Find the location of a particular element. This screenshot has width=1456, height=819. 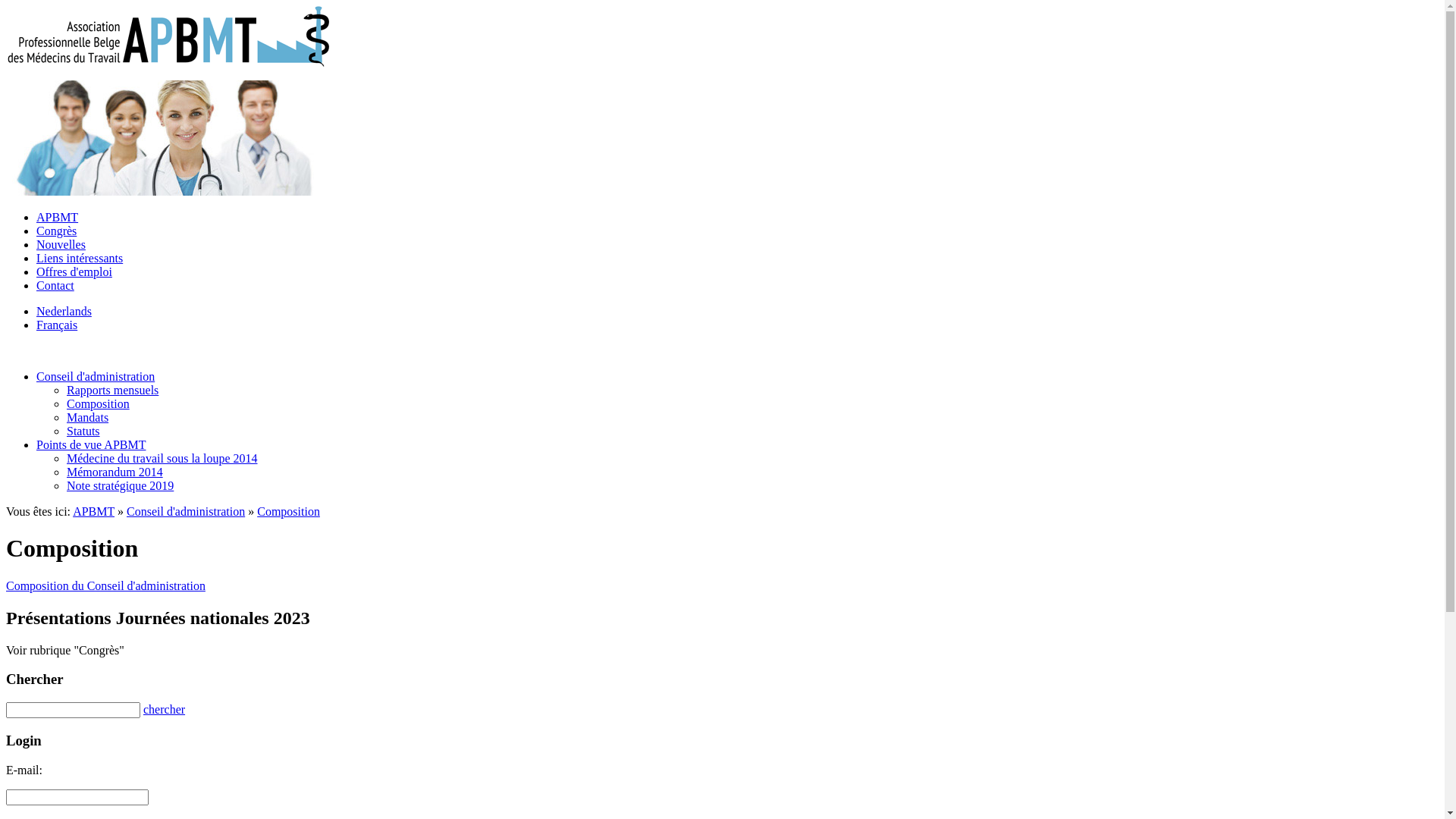

'Offres d'emploi' is located at coordinates (36, 271).